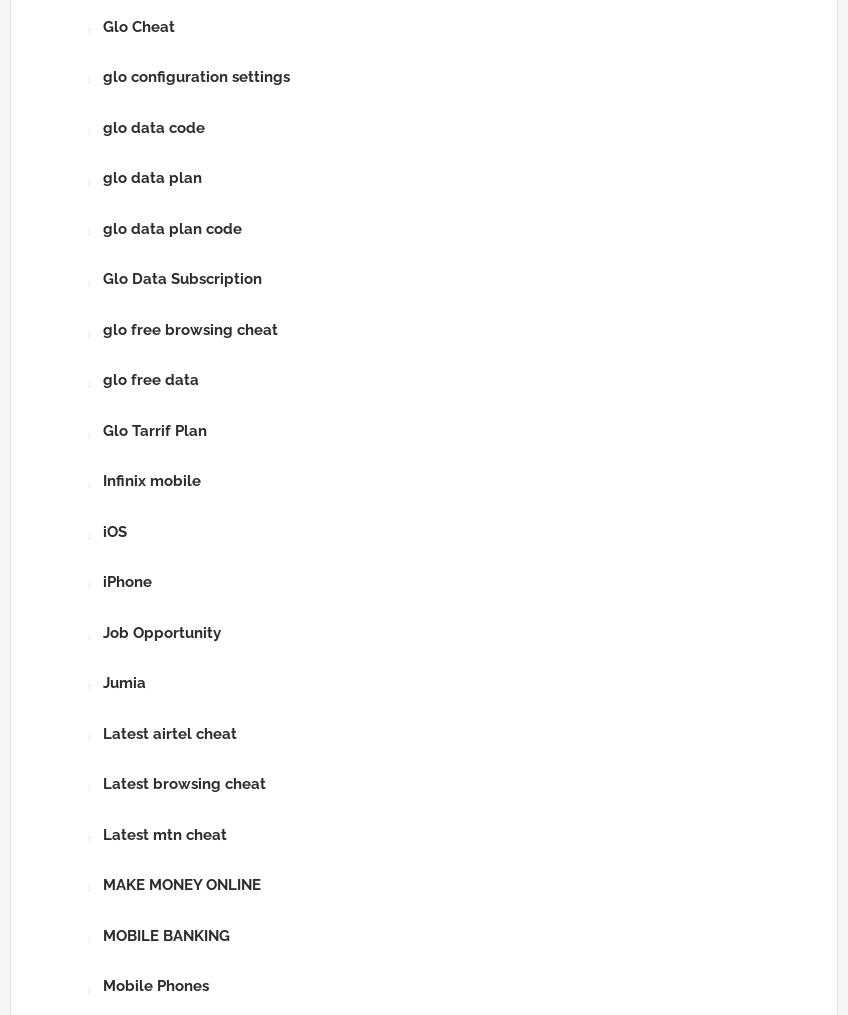 The height and width of the screenshot is (1015, 848). Describe the element at coordinates (126, 581) in the screenshot. I see `'iPhone'` at that location.